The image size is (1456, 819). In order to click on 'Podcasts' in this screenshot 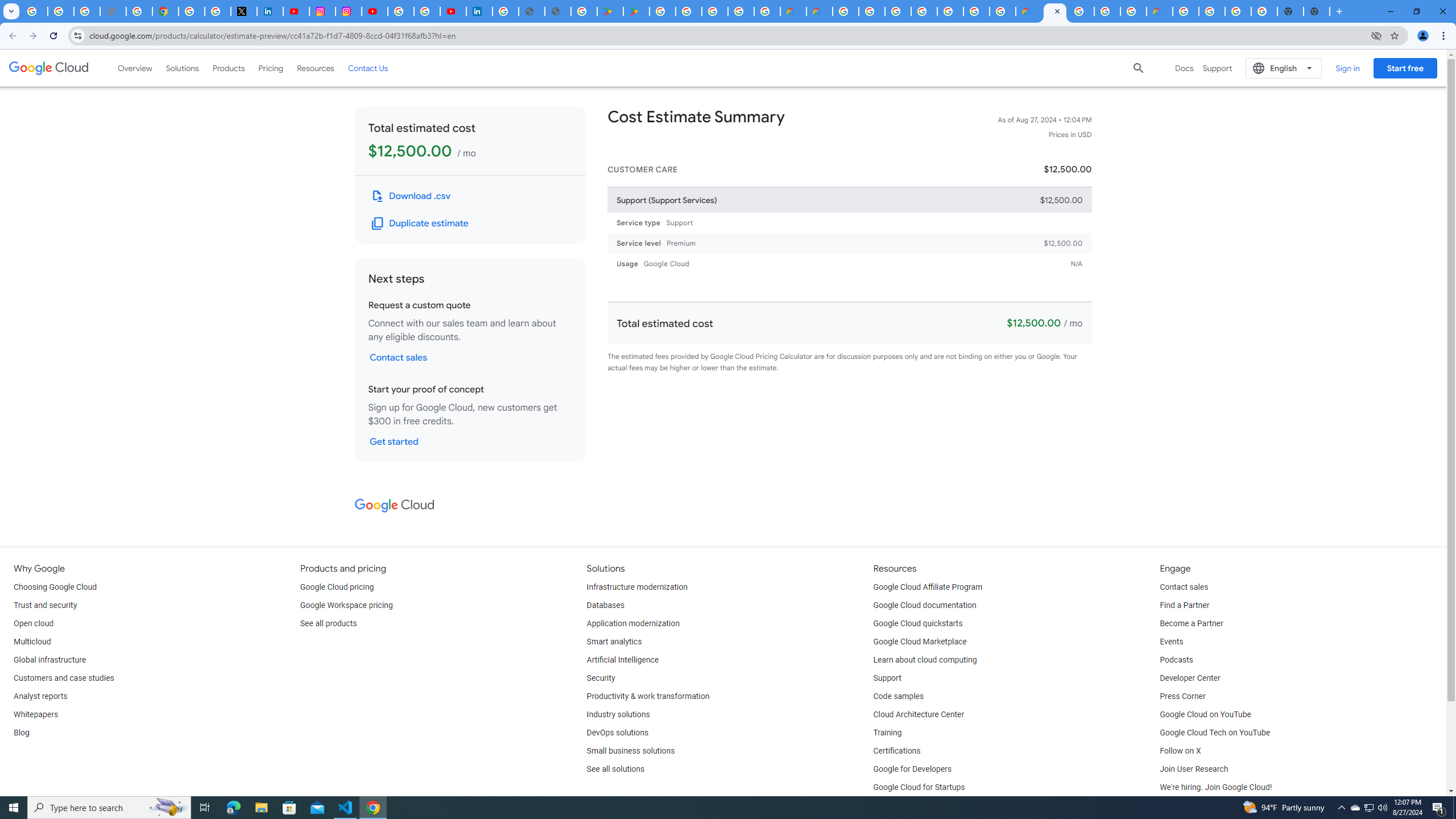, I will do `click(1176, 660)`.